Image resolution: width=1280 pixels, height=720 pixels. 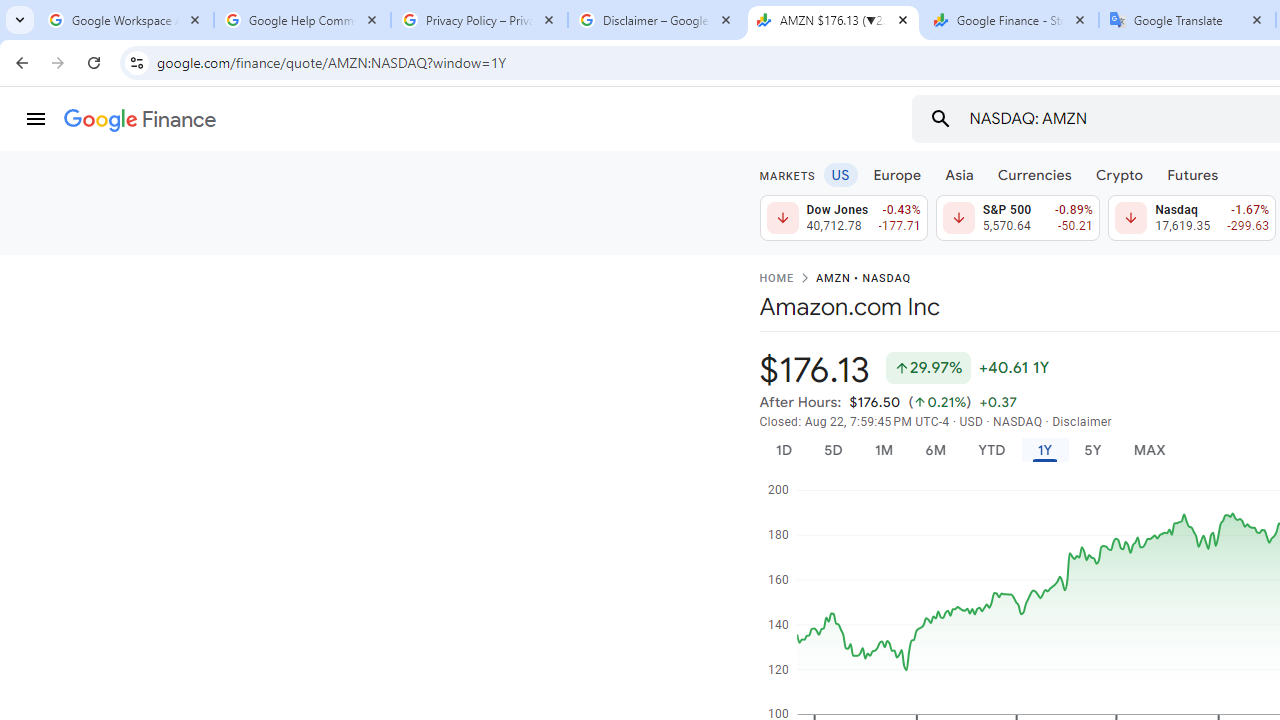 I want to click on 'YTD', so click(x=991, y=450).